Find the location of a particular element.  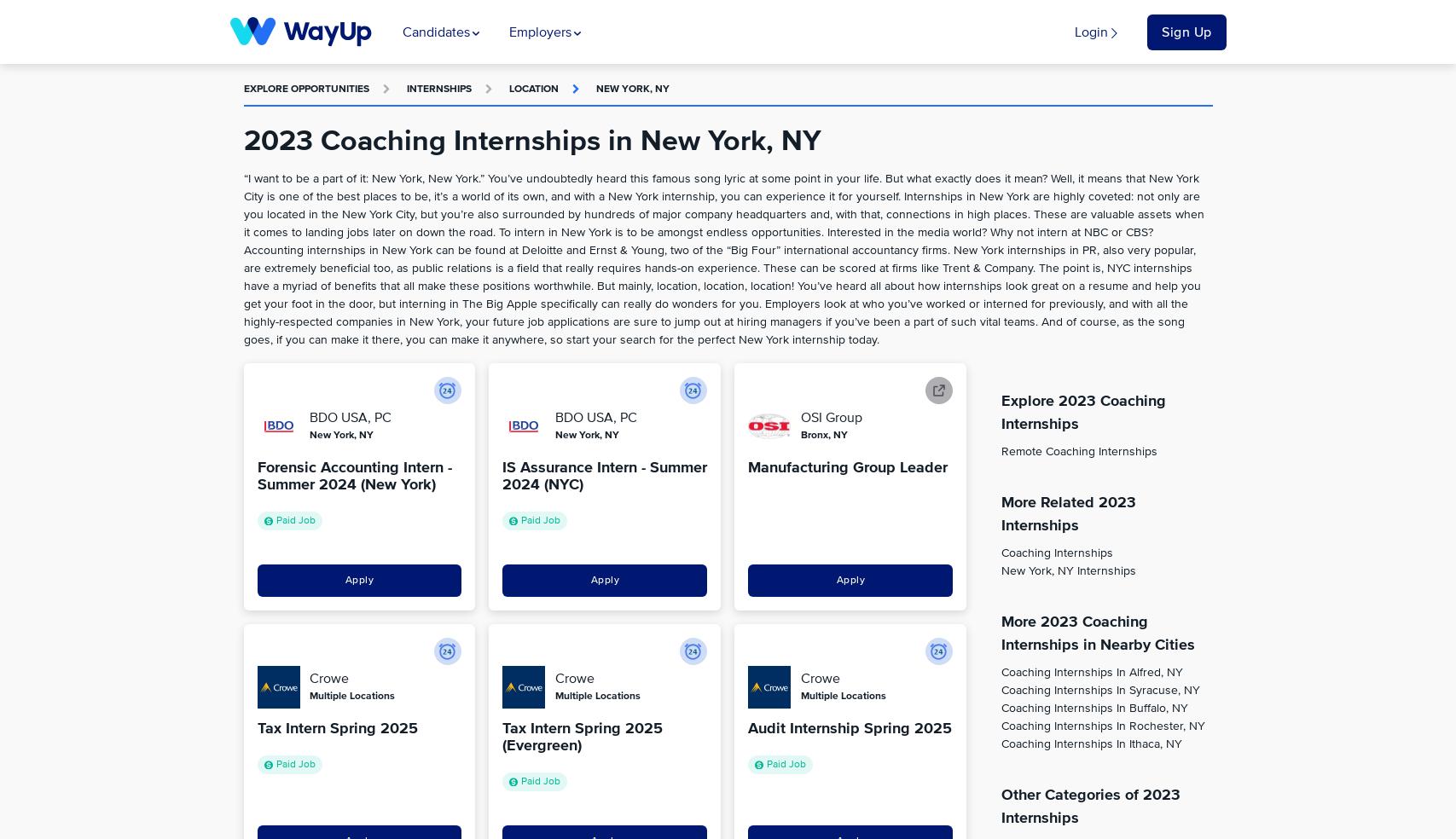

'Explore 2023 Coaching Internships' is located at coordinates (1082, 413).